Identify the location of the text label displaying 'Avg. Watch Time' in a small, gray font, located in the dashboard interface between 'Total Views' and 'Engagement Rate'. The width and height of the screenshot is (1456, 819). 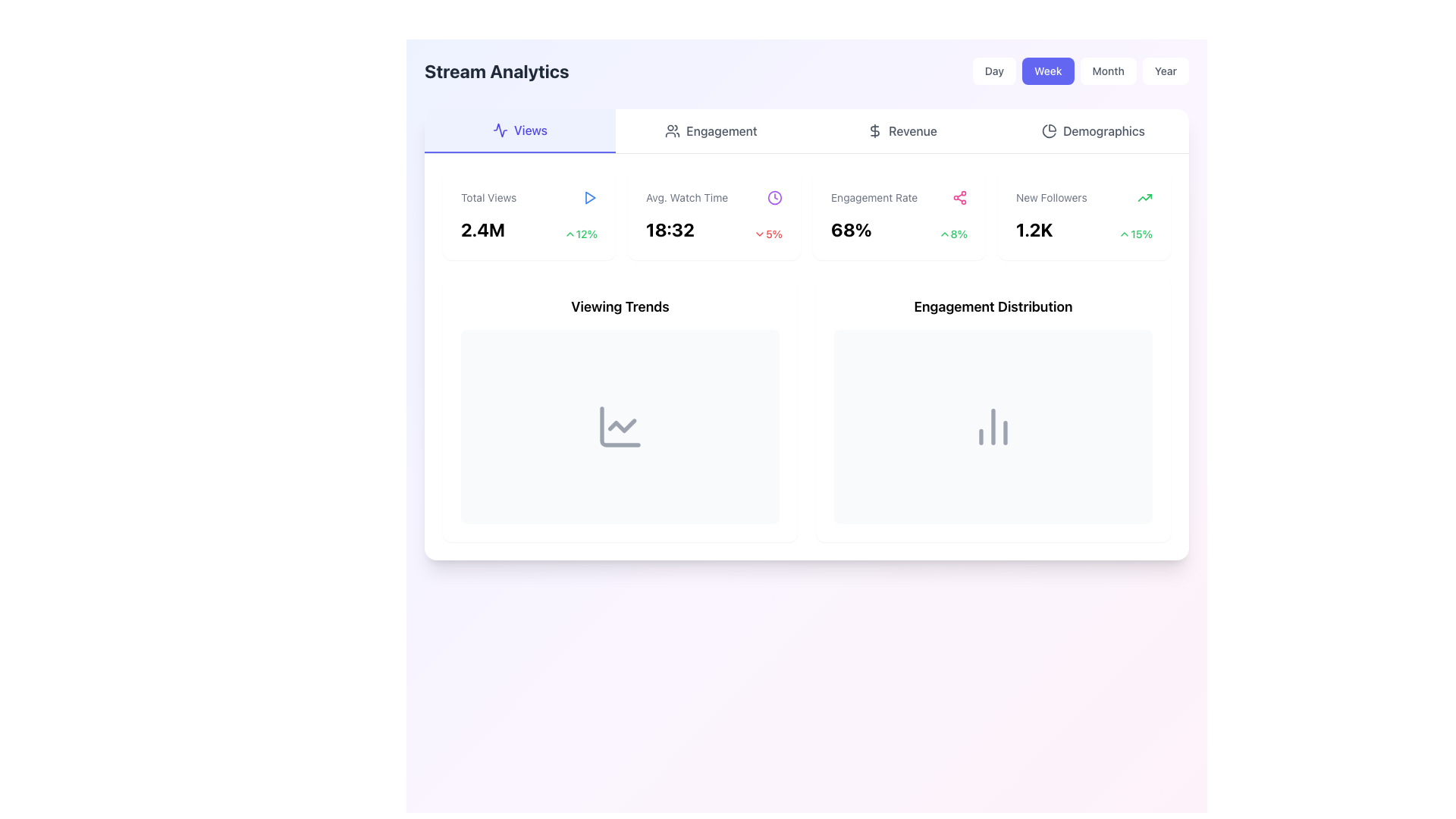
(686, 197).